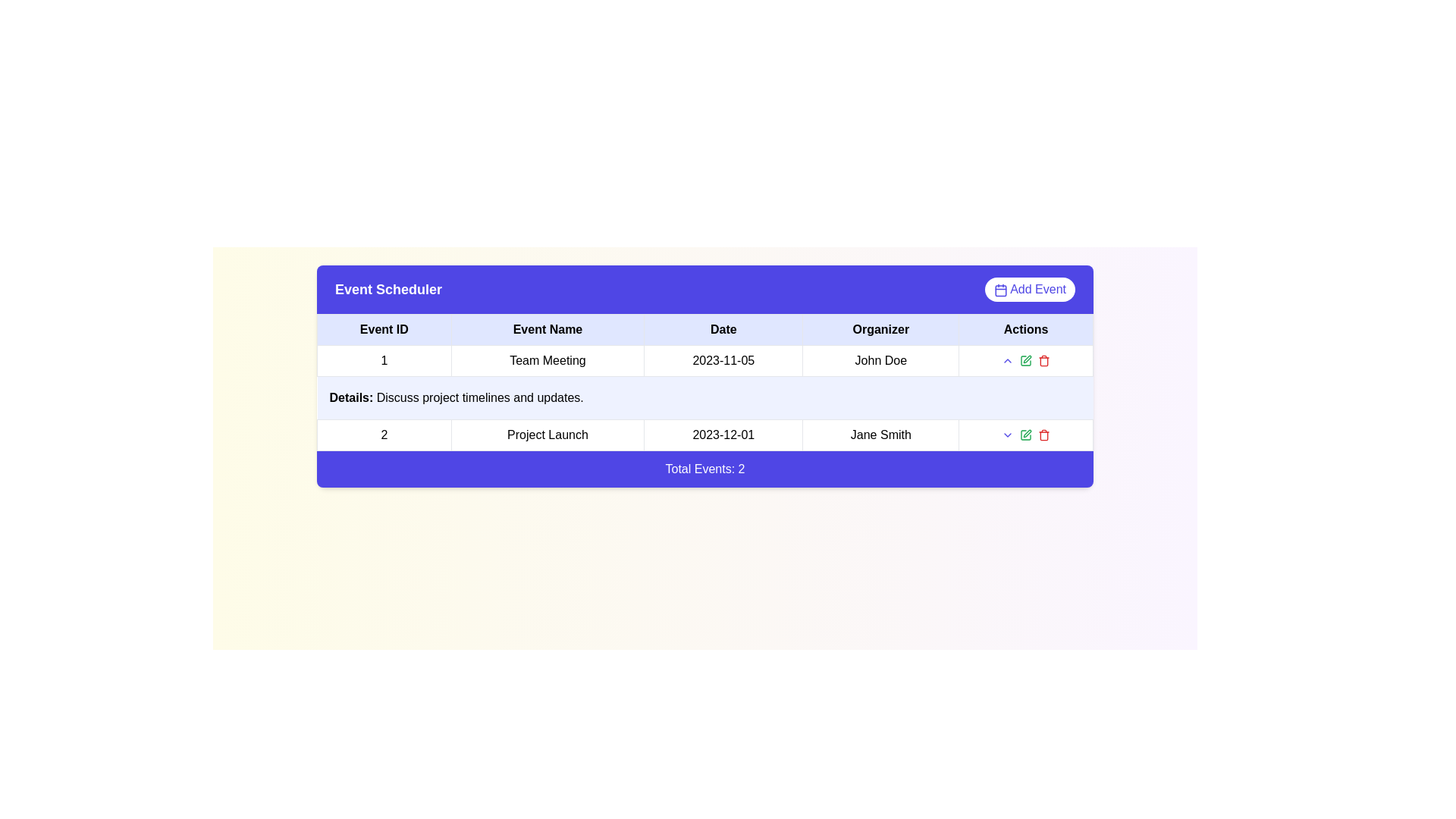 The image size is (1456, 819). Describe the element at coordinates (1008, 360) in the screenshot. I see `the interactive button located in the second row of the 'Actions' column` at that location.